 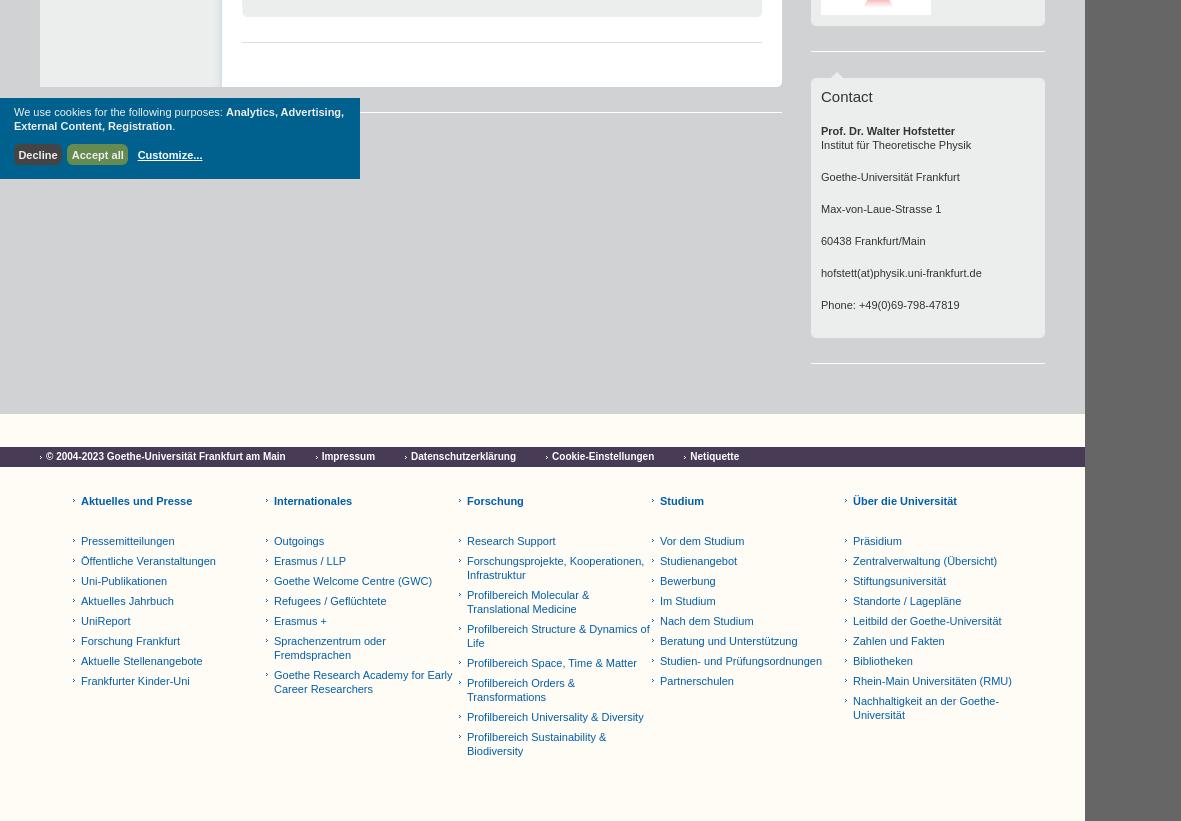 I want to click on 'Erasmus / LLP', so click(x=309, y=559).